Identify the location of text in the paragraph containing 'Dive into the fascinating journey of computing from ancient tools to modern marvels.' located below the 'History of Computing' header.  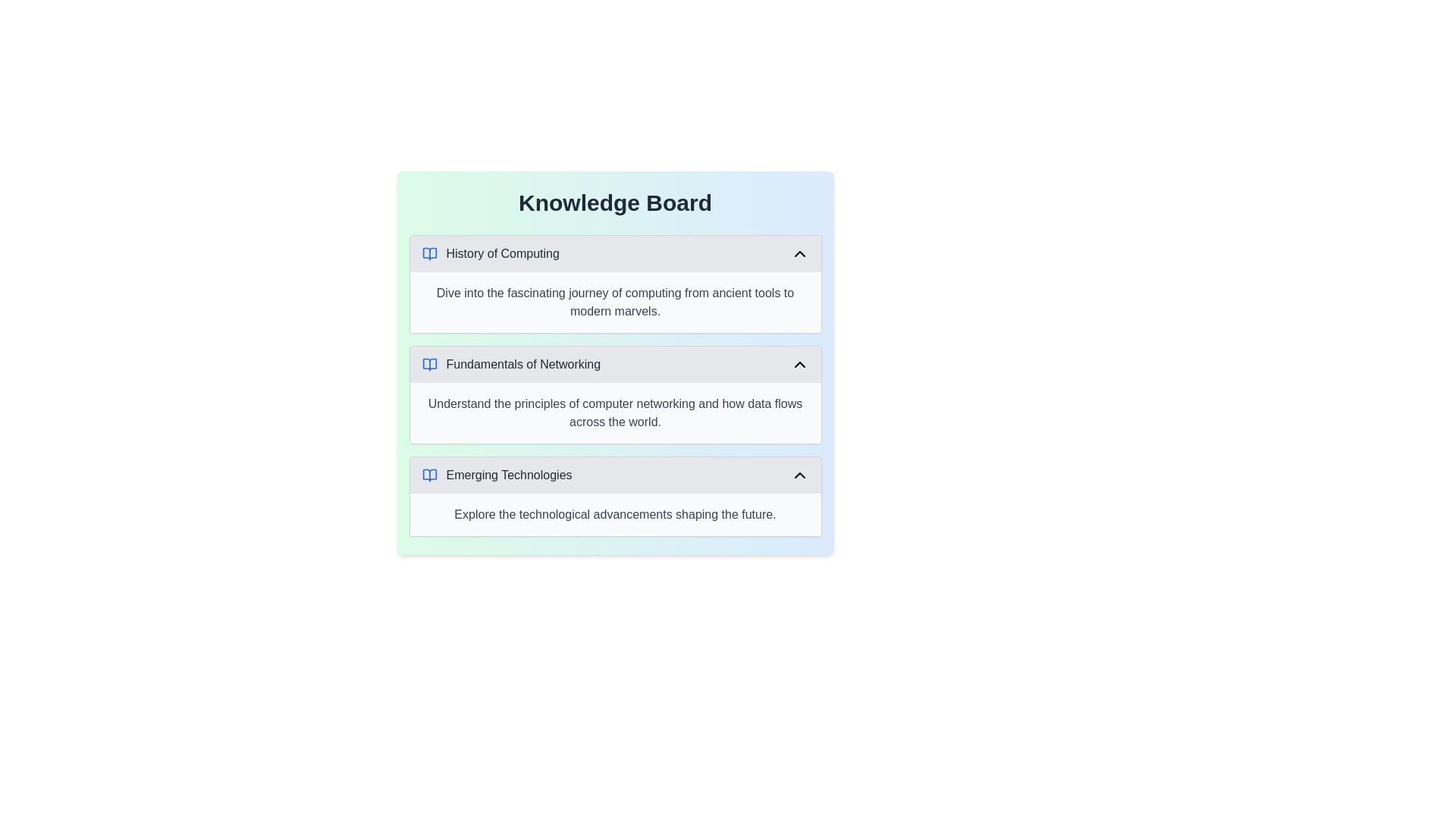
(615, 302).